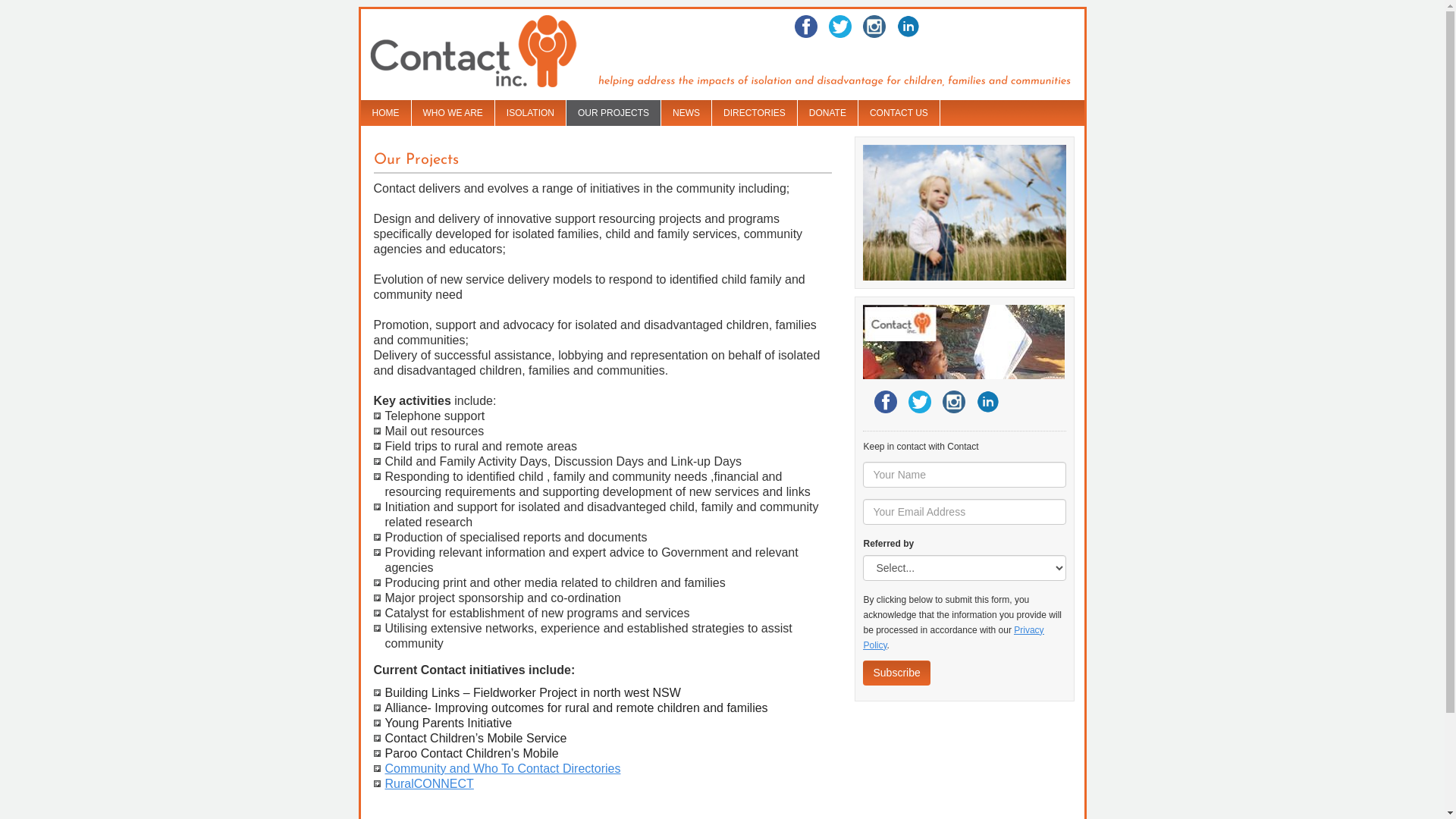 This screenshot has height=819, width=1456. I want to click on 'Facebook', so click(885, 400).